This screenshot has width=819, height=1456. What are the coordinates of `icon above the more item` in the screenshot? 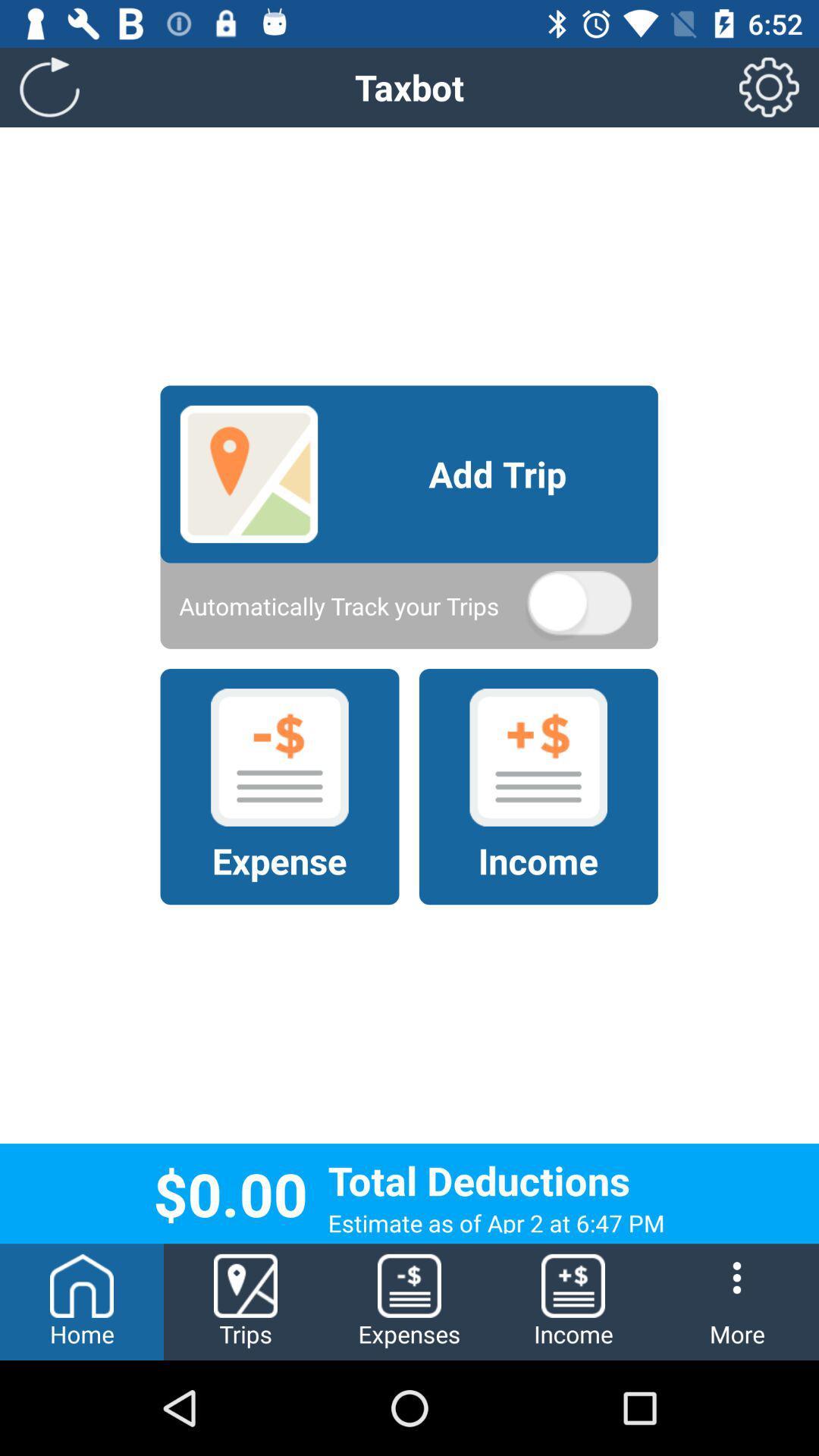 It's located at (769, 86).